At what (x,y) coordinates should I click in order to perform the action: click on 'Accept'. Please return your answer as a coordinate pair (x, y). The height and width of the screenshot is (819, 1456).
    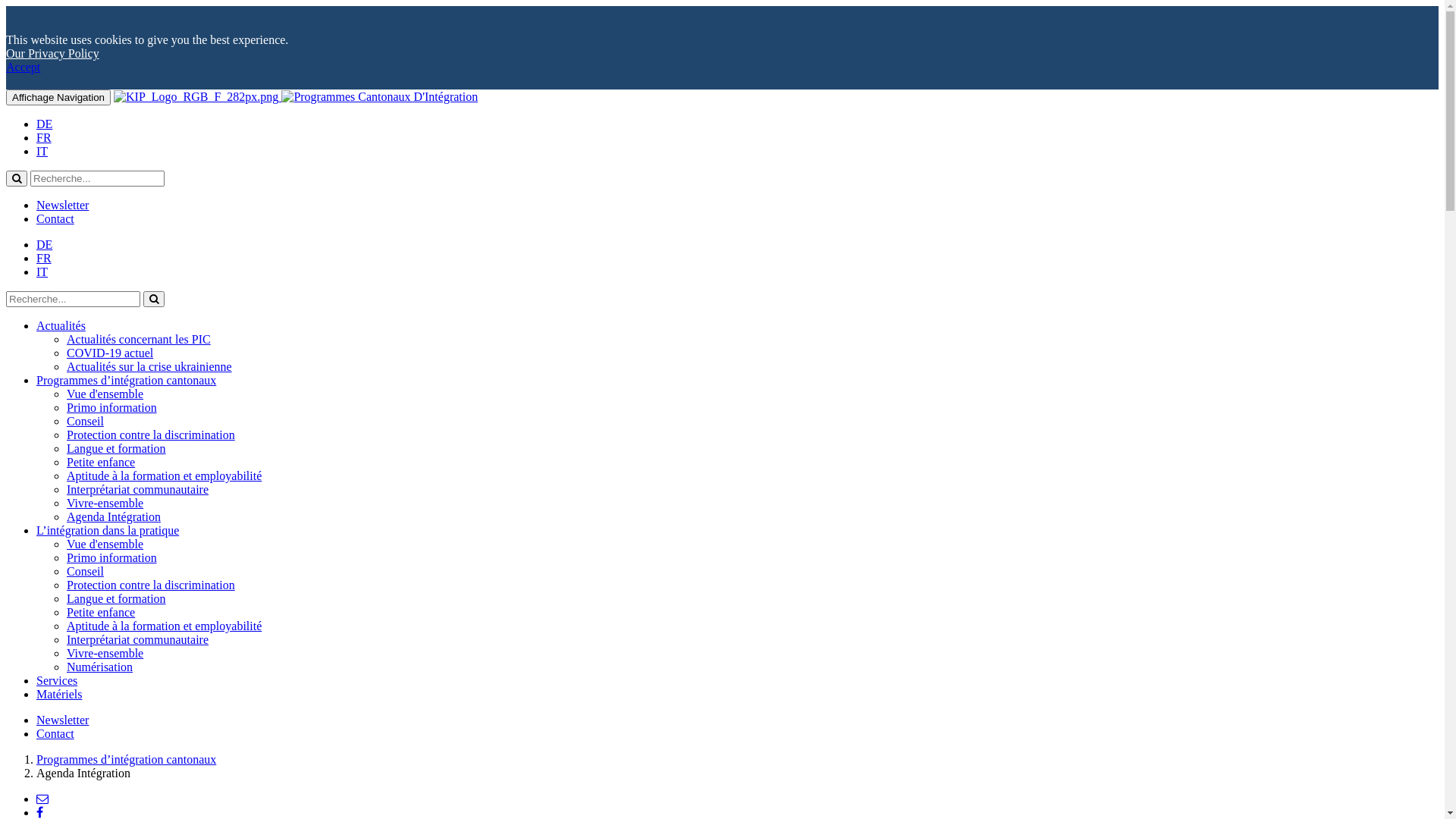
    Looking at the image, I should click on (23, 66).